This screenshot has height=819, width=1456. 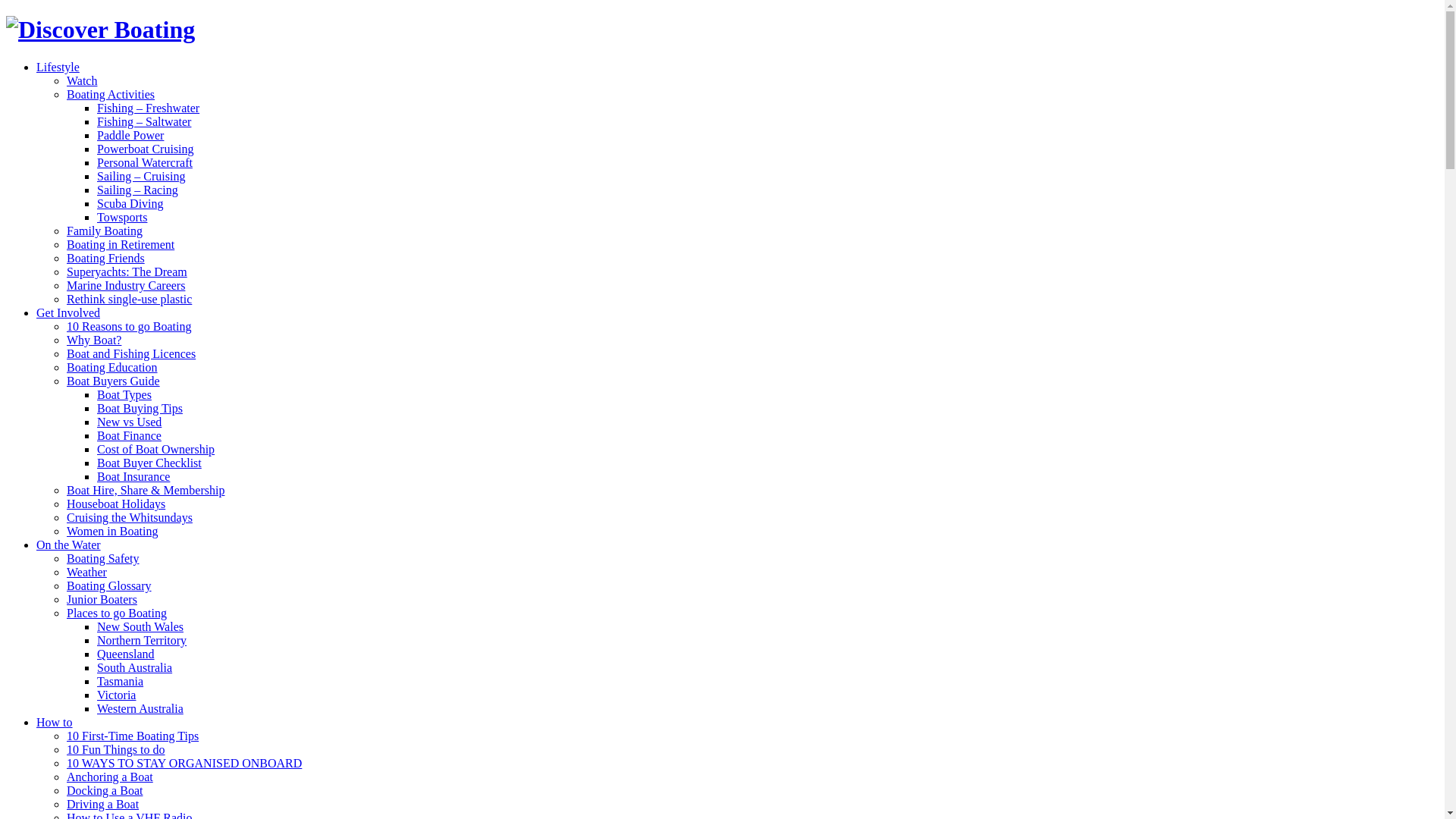 What do you see at coordinates (80, 80) in the screenshot?
I see `'Watch'` at bounding box center [80, 80].